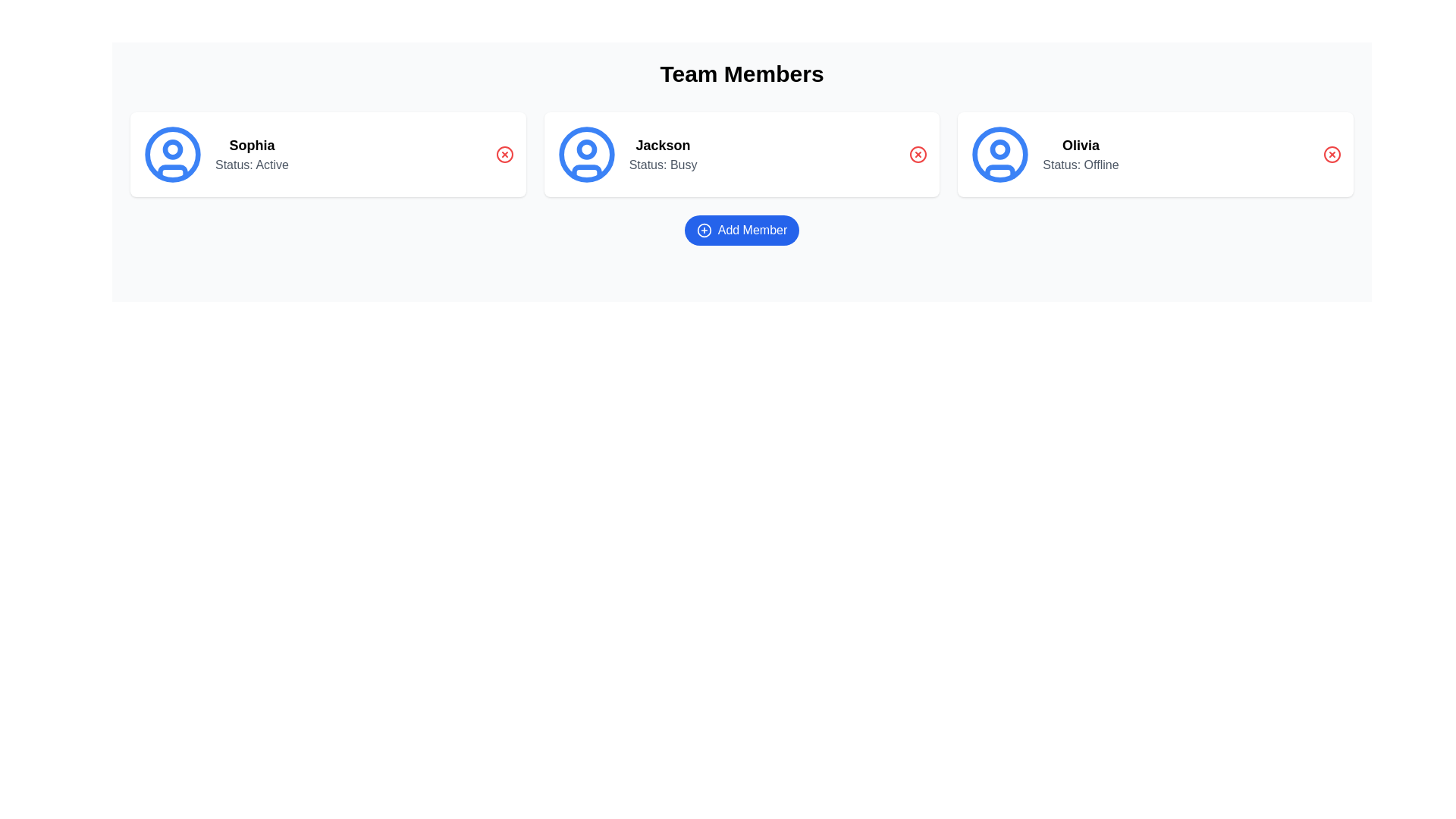  What do you see at coordinates (626, 155) in the screenshot?
I see `the Profile display component containing the blue circular avatar icon and the text 'Jackson' with status 'Busy'` at bounding box center [626, 155].